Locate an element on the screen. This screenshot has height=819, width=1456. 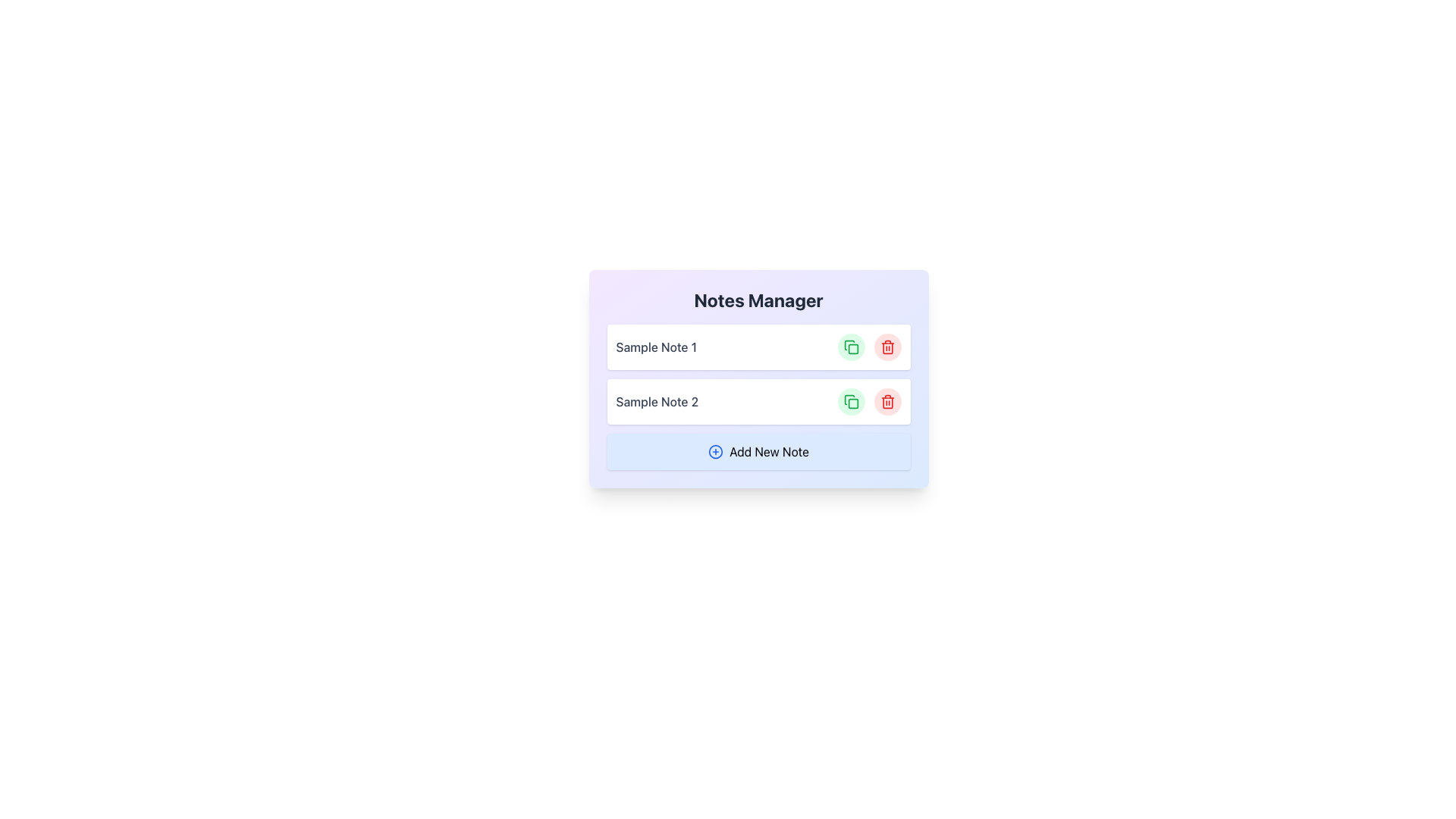
the trash bin button in the 'Notes Manager' interface located on the right side of 'Sample Note 1' is located at coordinates (887, 347).